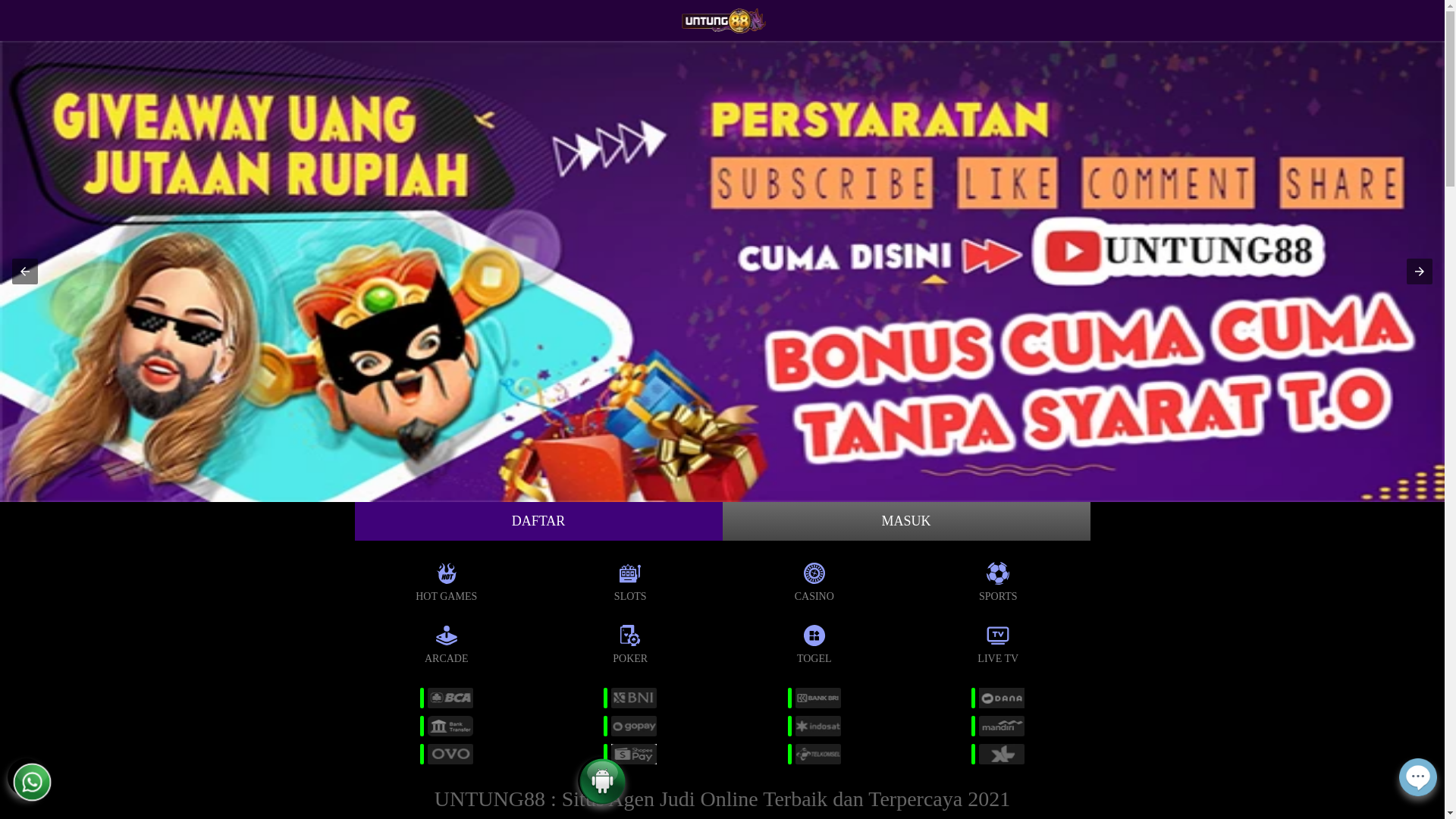 This screenshot has height=819, width=1456. Describe the element at coordinates (538, 520) in the screenshot. I see `'DAFTAR'` at that location.